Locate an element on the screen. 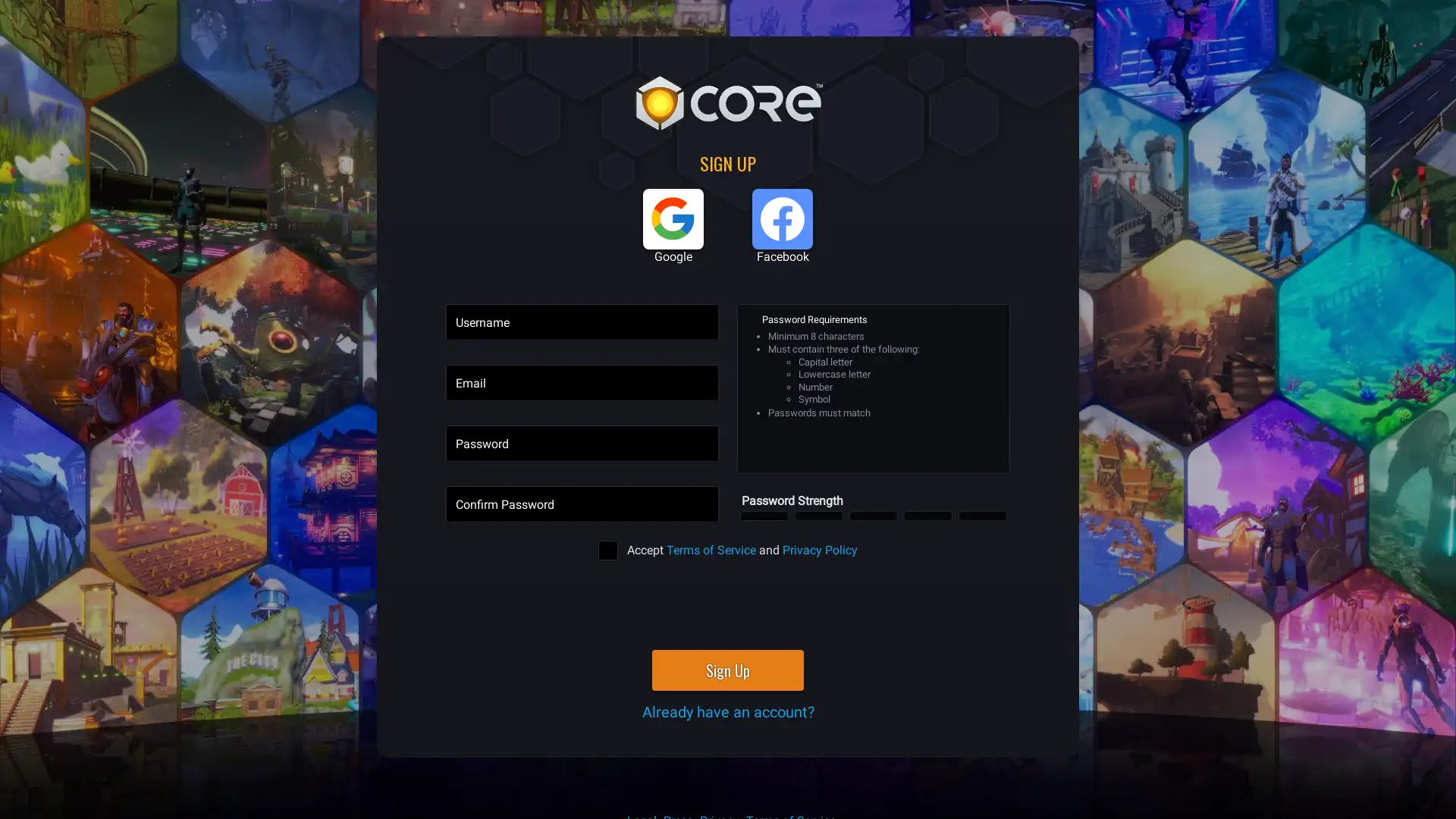  Sign Up is located at coordinates (728, 669).